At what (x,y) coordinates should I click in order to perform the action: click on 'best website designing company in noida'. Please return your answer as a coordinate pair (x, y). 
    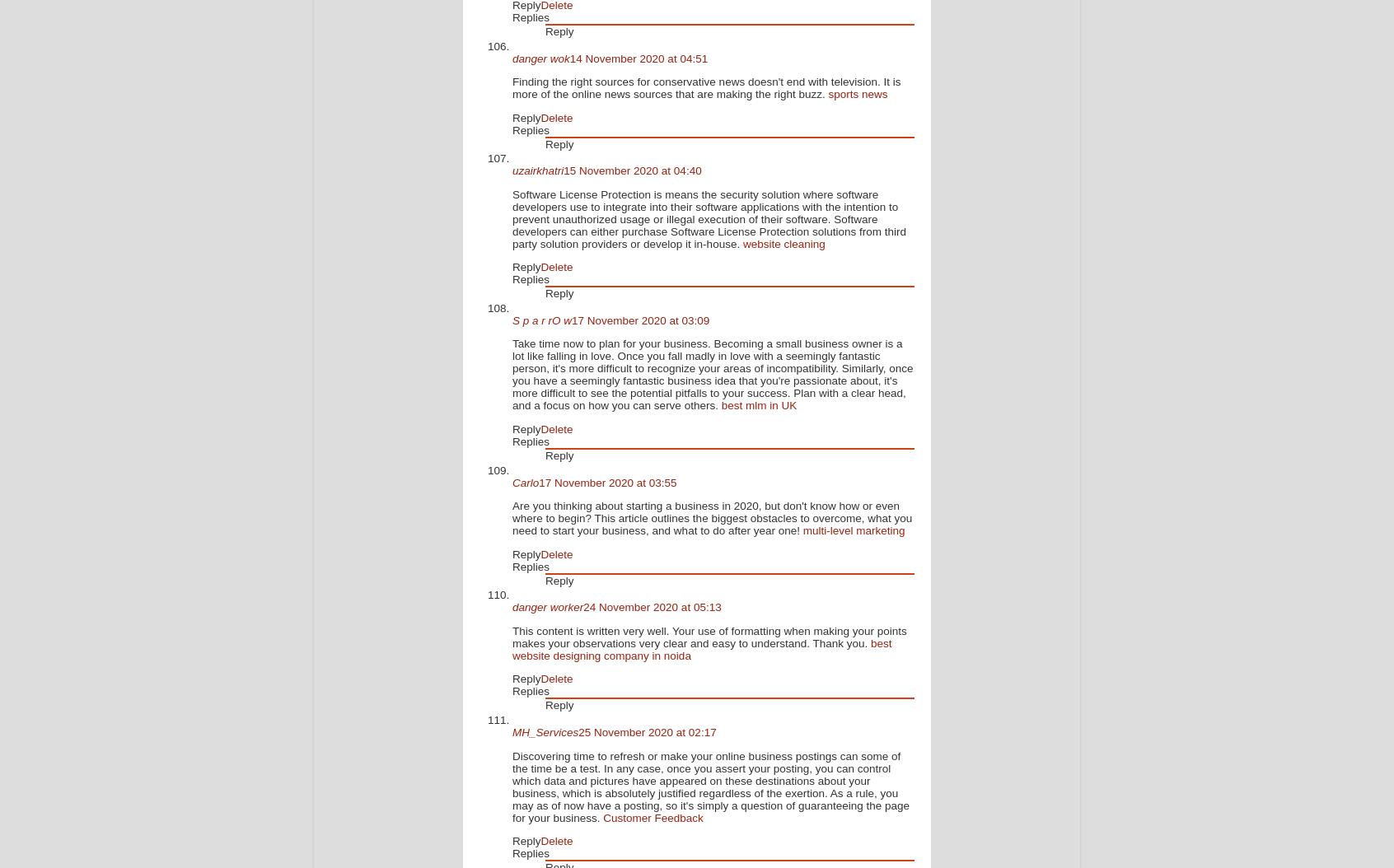
    Looking at the image, I should click on (700, 648).